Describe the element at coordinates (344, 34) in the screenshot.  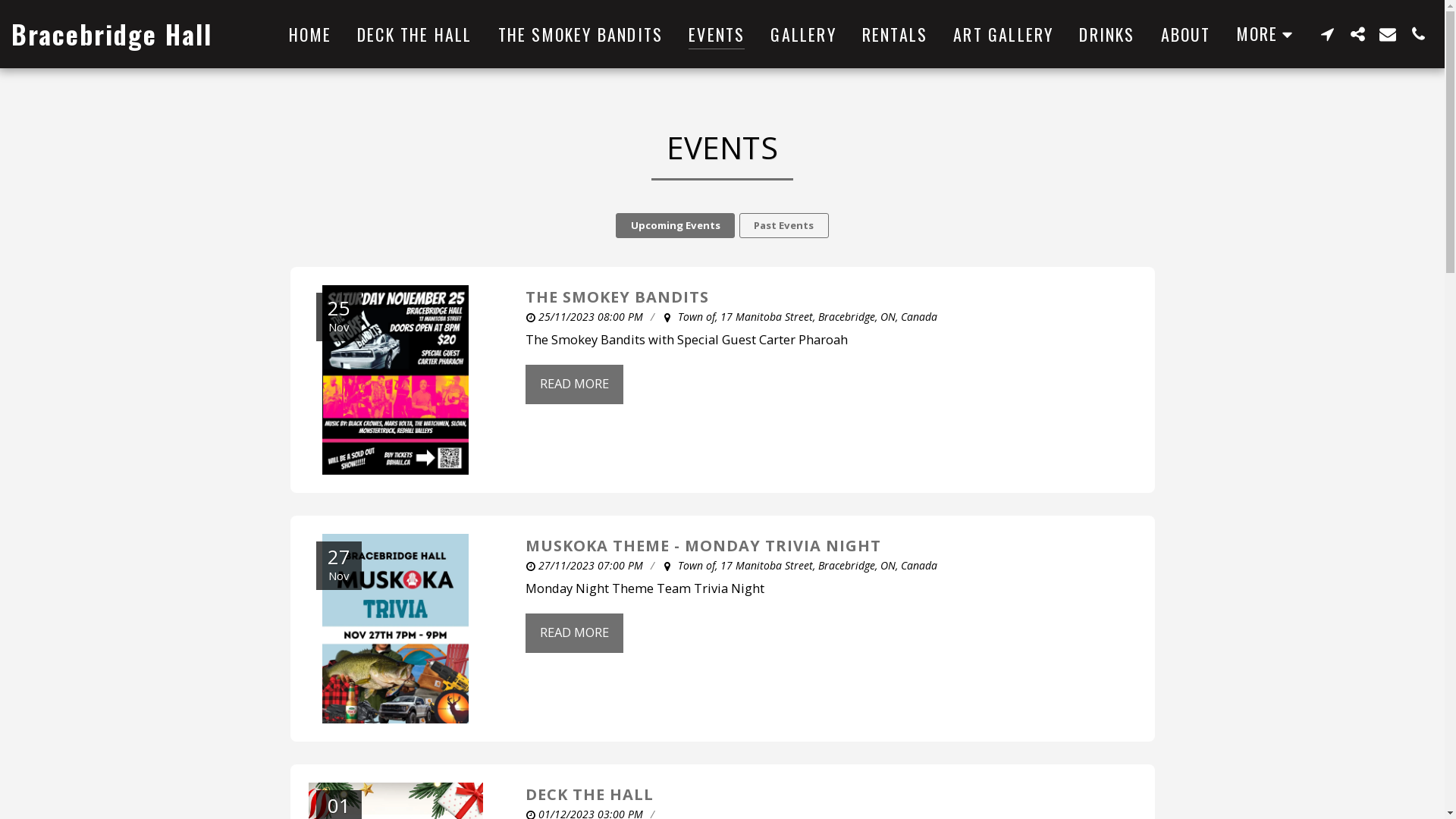
I see `'DECK THE HALL'` at that location.